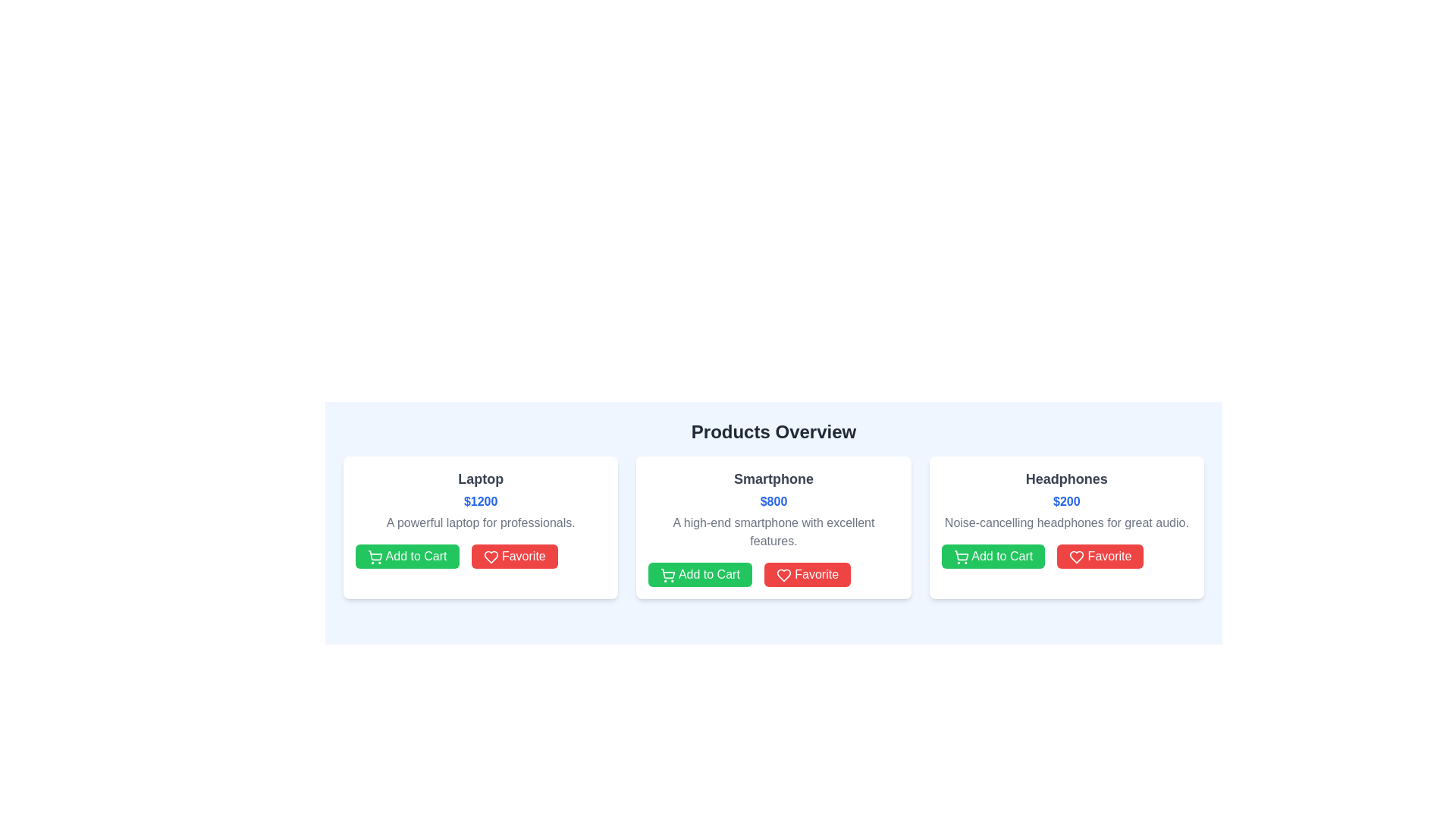 The image size is (1456, 819). What do you see at coordinates (375, 556) in the screenshot?
I see `the shopping cart icon located inside the green 'Add to Cart' button` at bounding box center [375, 556].